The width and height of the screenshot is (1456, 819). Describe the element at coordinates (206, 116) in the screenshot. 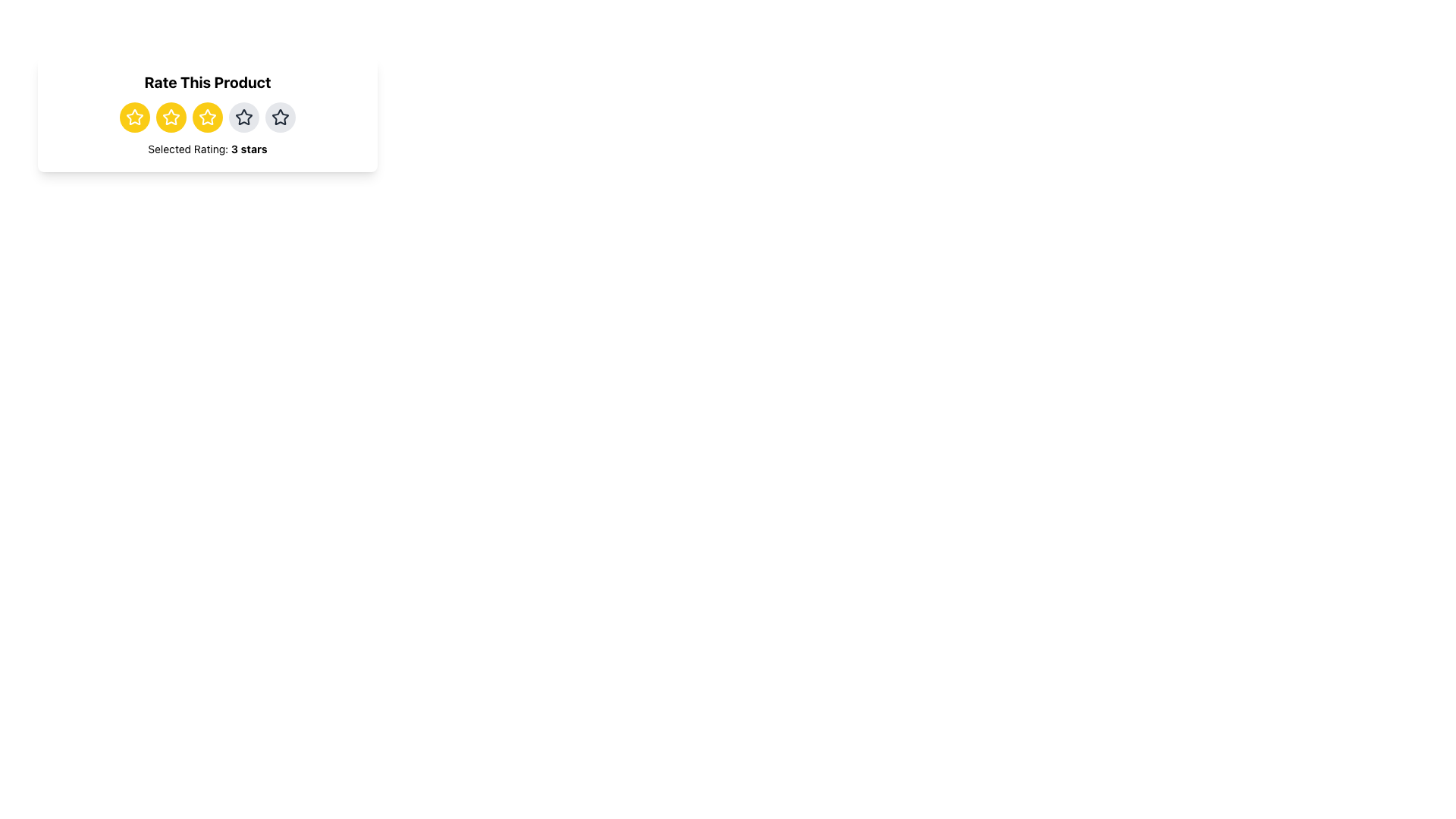

I see `the third button in the horizontal sequence of five within the 'Rate This Product' box` at that location.